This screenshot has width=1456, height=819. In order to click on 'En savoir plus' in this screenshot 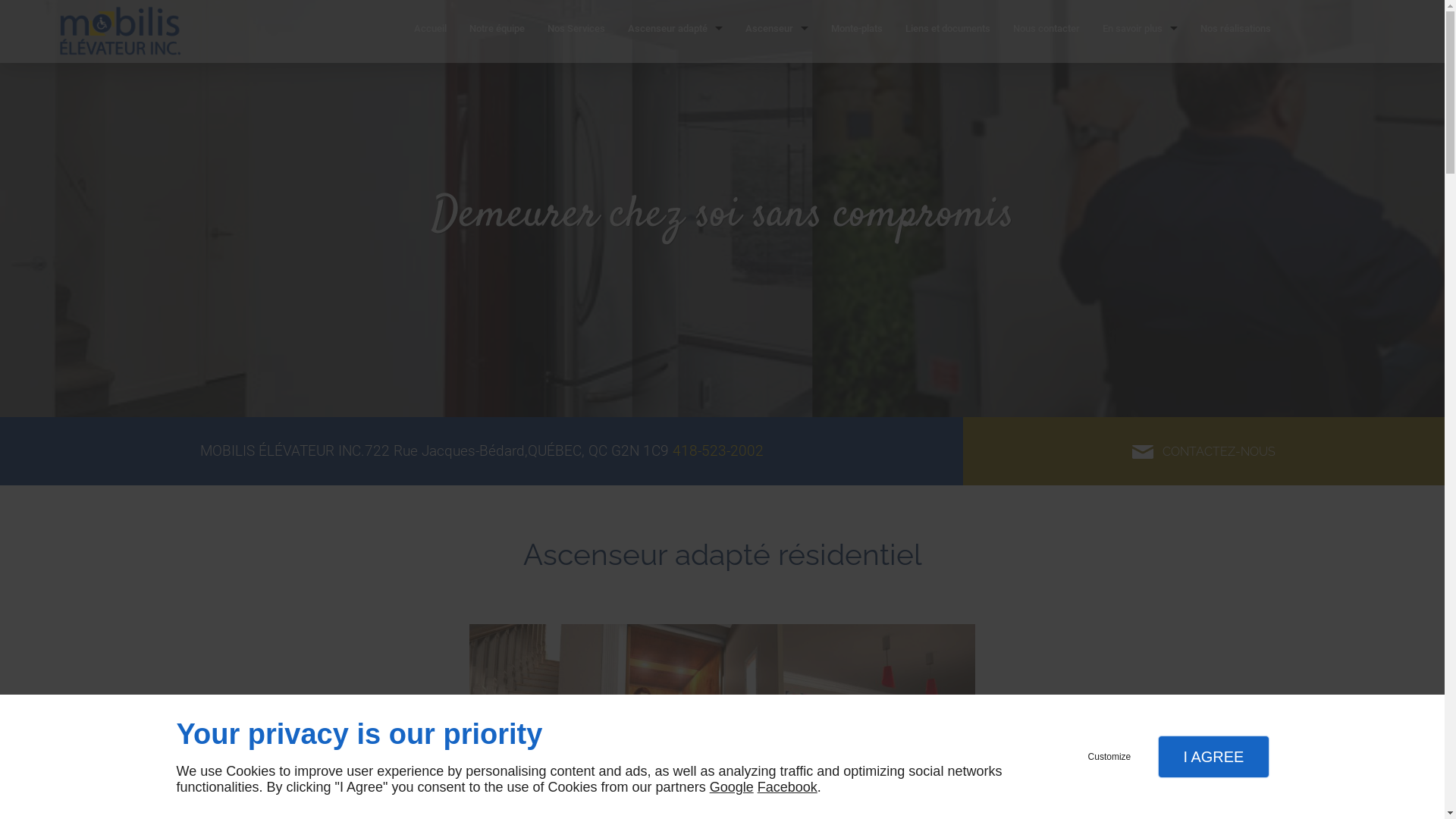, I will do `click(1140, 31)`.